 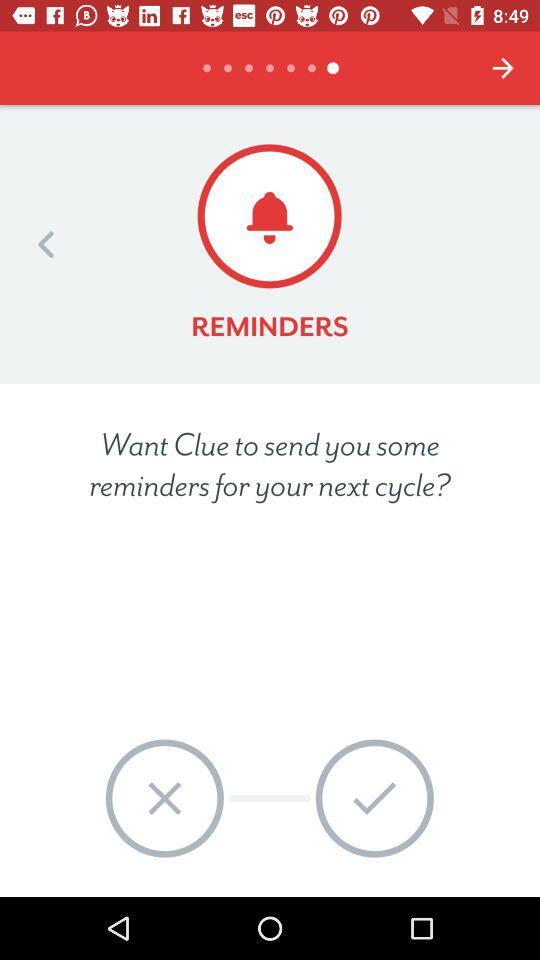 I want to click on the icon above the want clue to, so click(x=46, y=243).